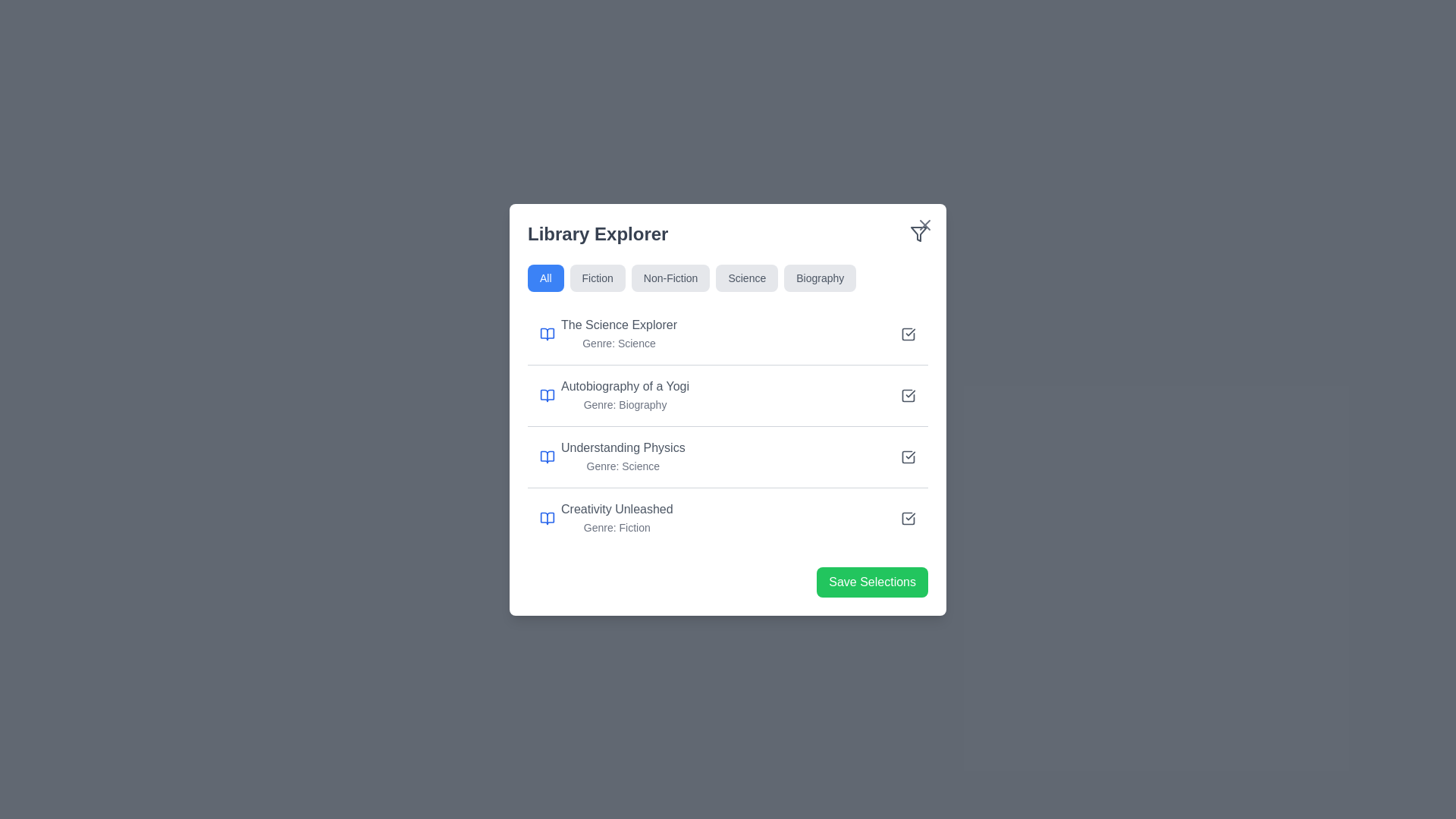 The image size is (1456, 819). Describe the element at coordinates (819, 278) in the screenshot. I see `the 'Biography' tab in the horizontal navigation bar to filter the category` at that location.